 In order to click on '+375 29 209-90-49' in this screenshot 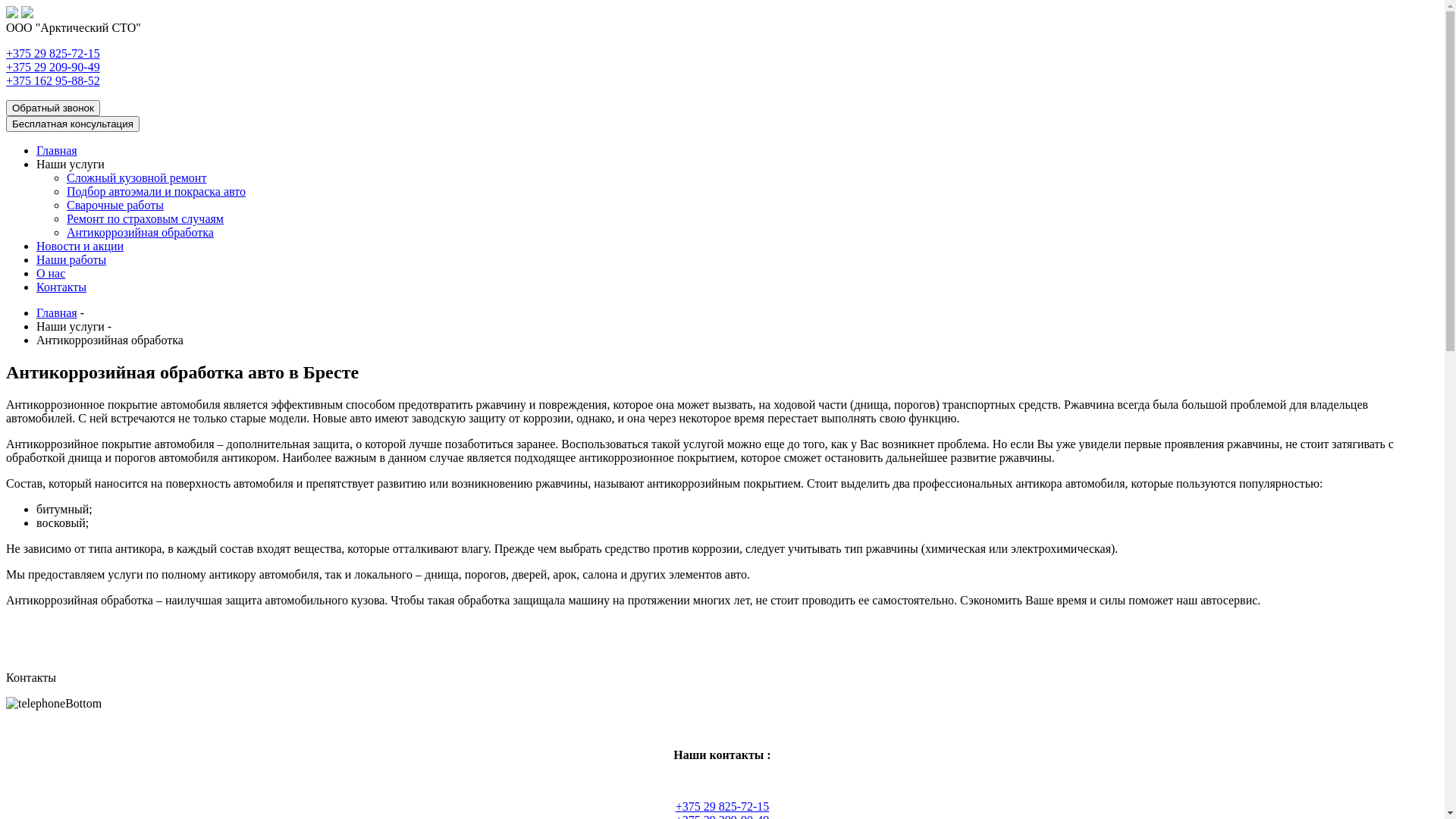, I will do `click(53, 66)`.